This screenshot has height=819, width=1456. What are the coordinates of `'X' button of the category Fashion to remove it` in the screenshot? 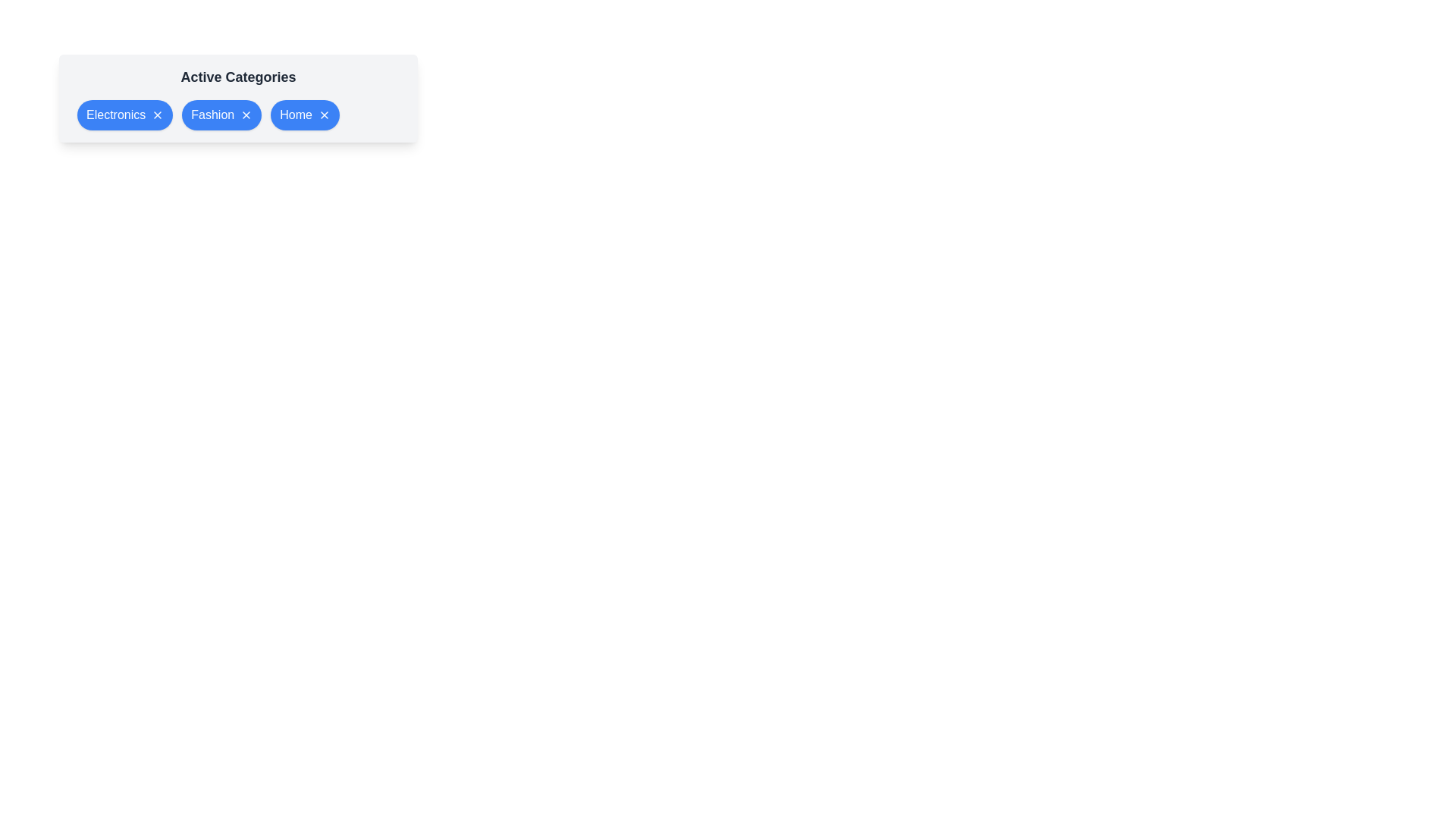 It's located at (246, 114).